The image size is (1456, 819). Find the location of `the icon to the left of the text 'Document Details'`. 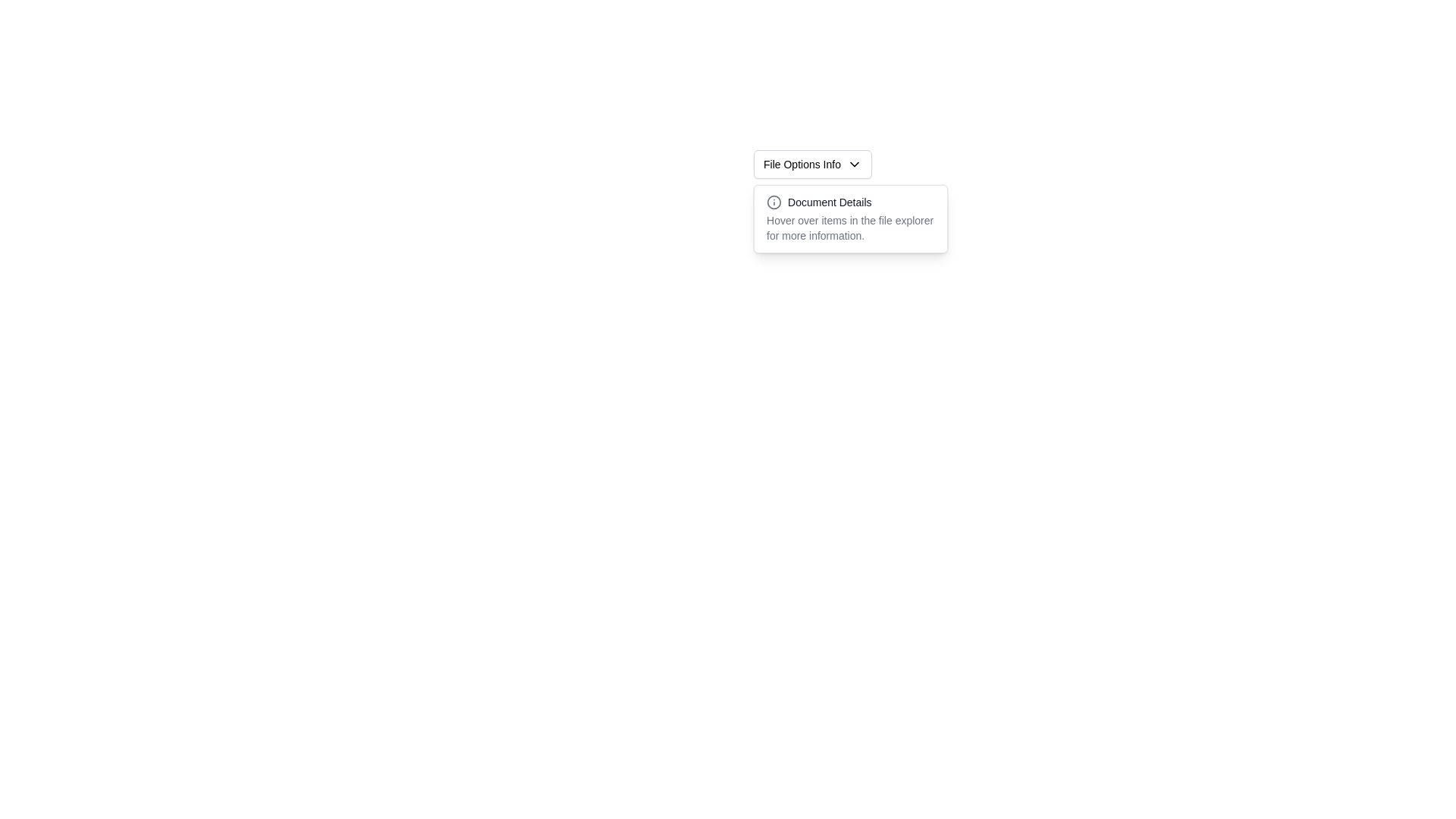

the icon to the left of the text 'Document Details' is located at coordinates (774, 201).